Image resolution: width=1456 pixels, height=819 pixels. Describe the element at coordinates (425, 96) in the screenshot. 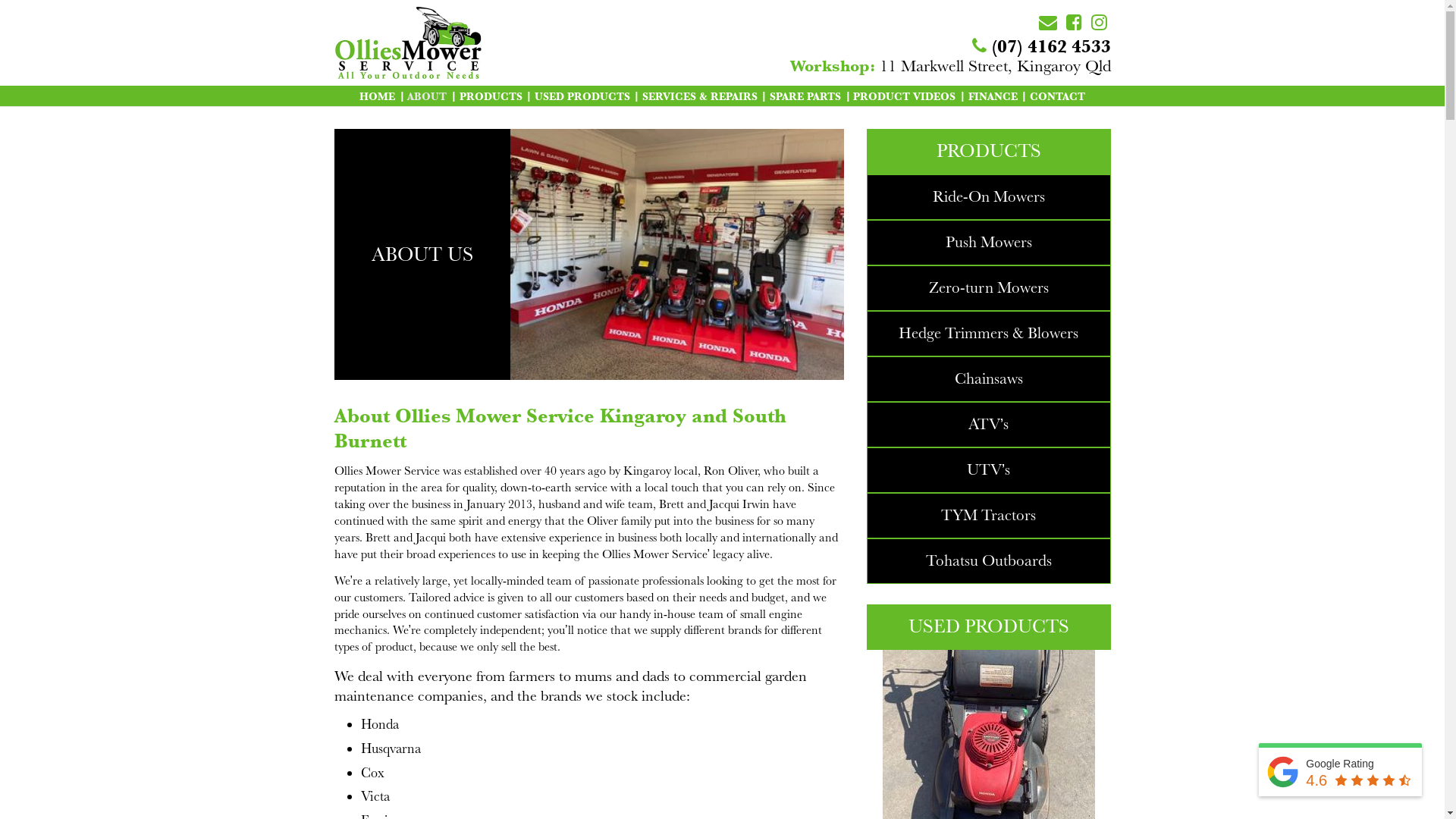

I see `'ABOUT'` at that location.